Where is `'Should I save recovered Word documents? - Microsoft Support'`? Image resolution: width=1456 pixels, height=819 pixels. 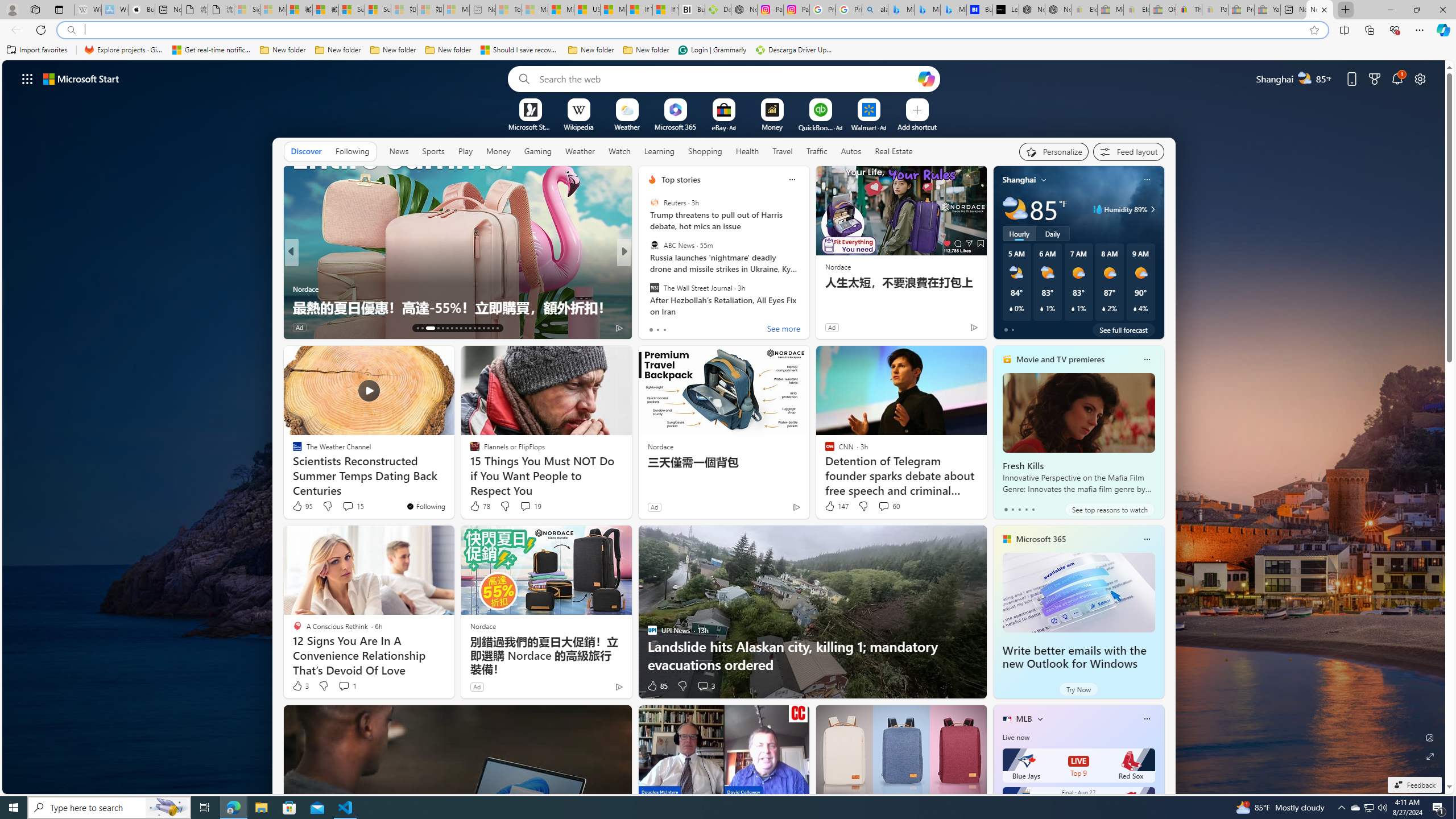 'Should I save recovered Word documents? - Microsoft Support' is located at coordinates (519, 49).